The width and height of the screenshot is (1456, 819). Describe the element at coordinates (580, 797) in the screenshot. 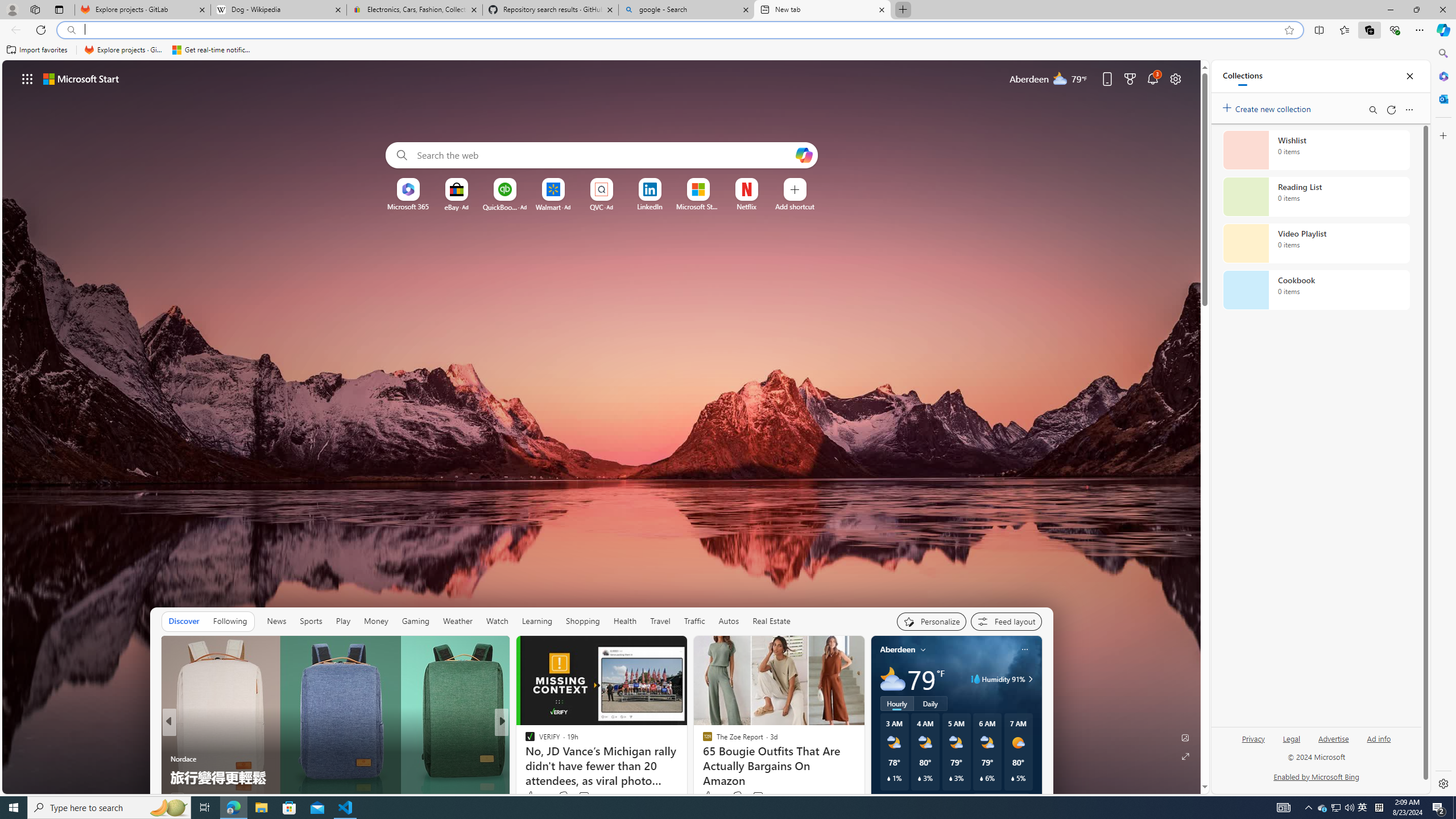

I see `'View comments 23 Comment'` at that location.